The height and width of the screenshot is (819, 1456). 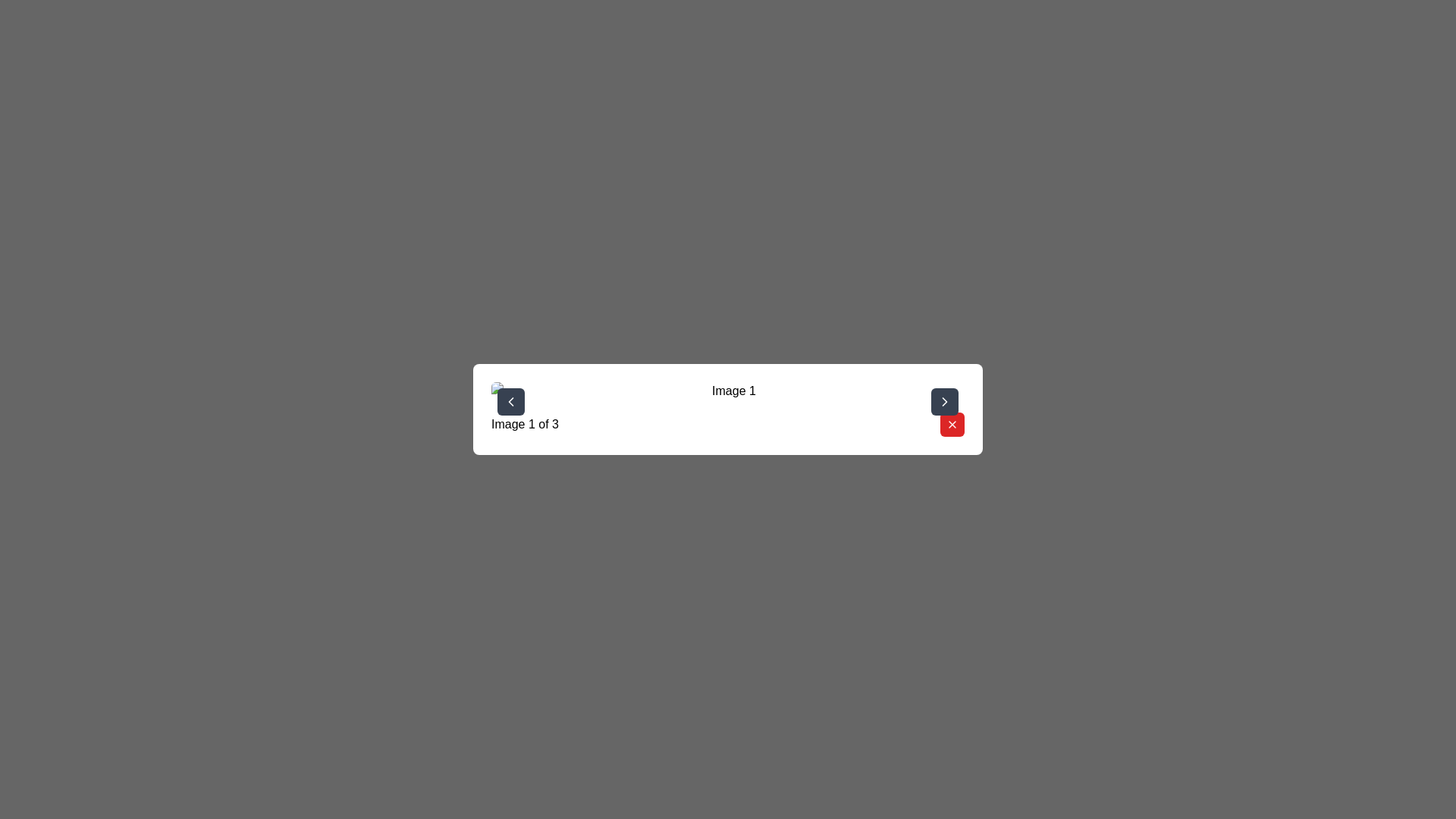 What do you see at coordinates (944, 400) in the screenshot?
I see `the right-pointing chevron icon located inside a dark circular button on the right side of the UI` at bounding box center [944, 400].